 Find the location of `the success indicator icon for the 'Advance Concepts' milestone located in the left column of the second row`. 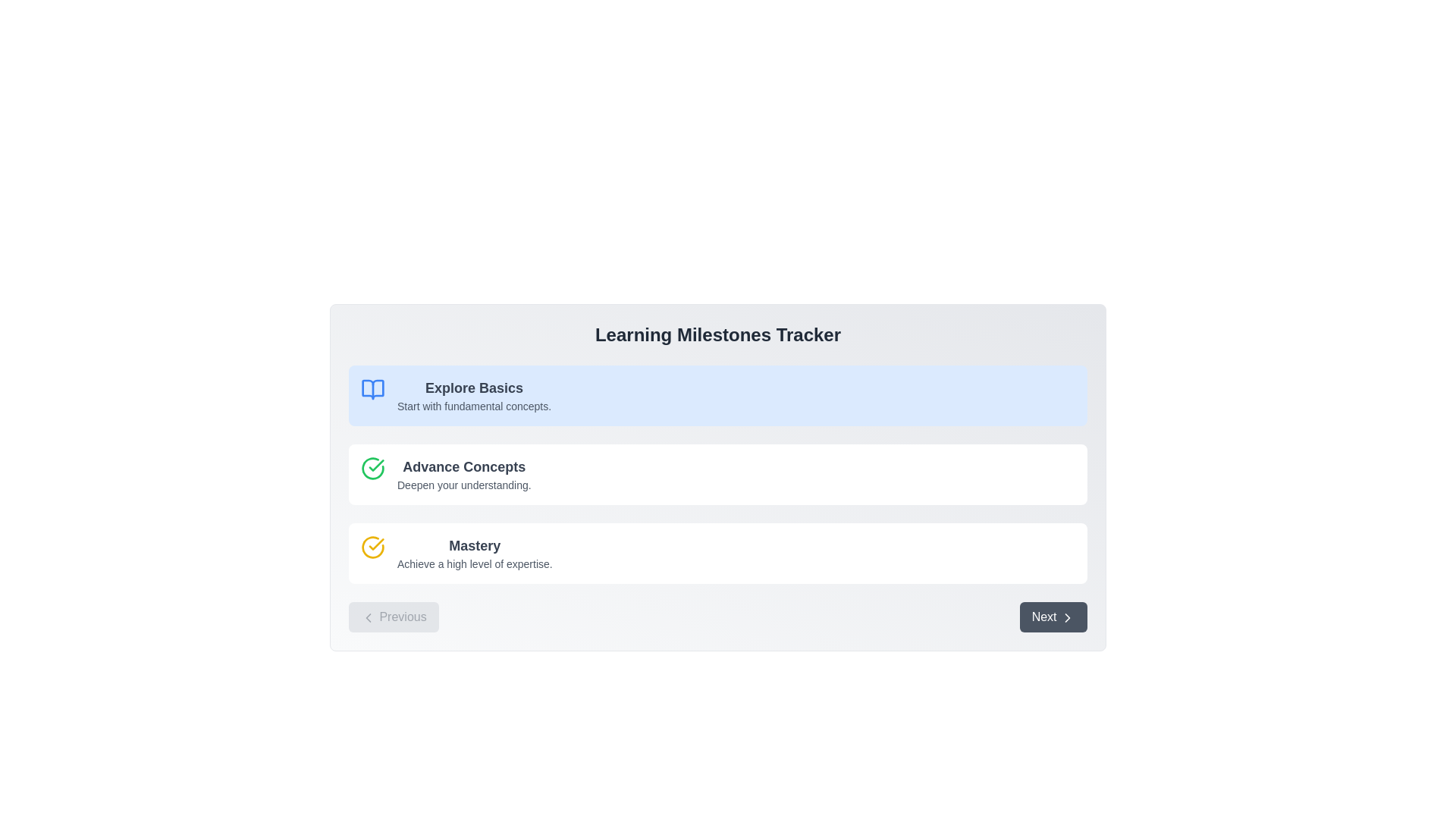

the success indicator icon for the 'Advance Concepts' milestone located in the left column of the second row is located at coordinates (372, 467).